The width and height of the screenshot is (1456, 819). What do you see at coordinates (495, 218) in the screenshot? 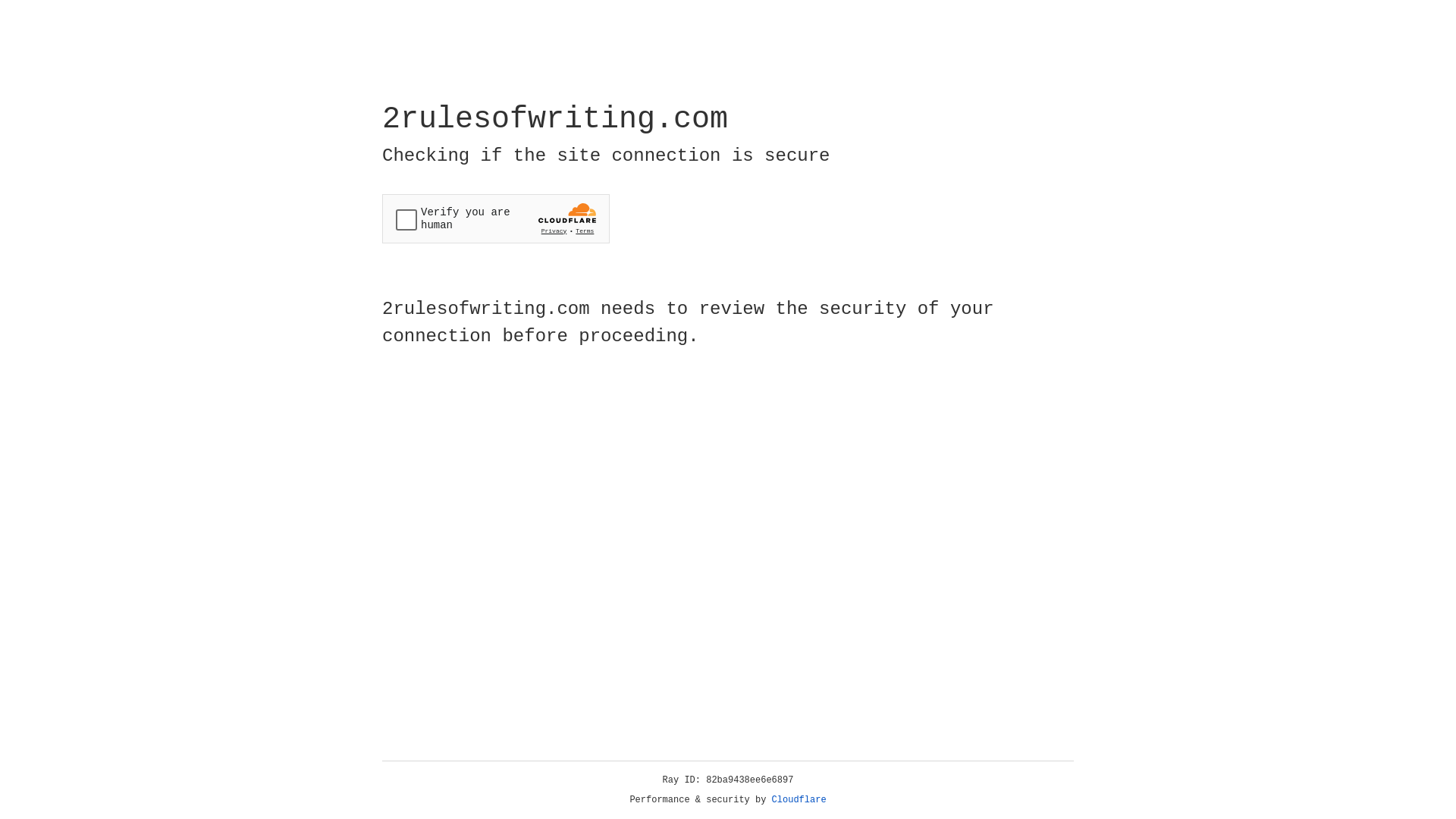
I see `'Widget containing a Cloudflare security challenge'` at bounding box center [495, 218].